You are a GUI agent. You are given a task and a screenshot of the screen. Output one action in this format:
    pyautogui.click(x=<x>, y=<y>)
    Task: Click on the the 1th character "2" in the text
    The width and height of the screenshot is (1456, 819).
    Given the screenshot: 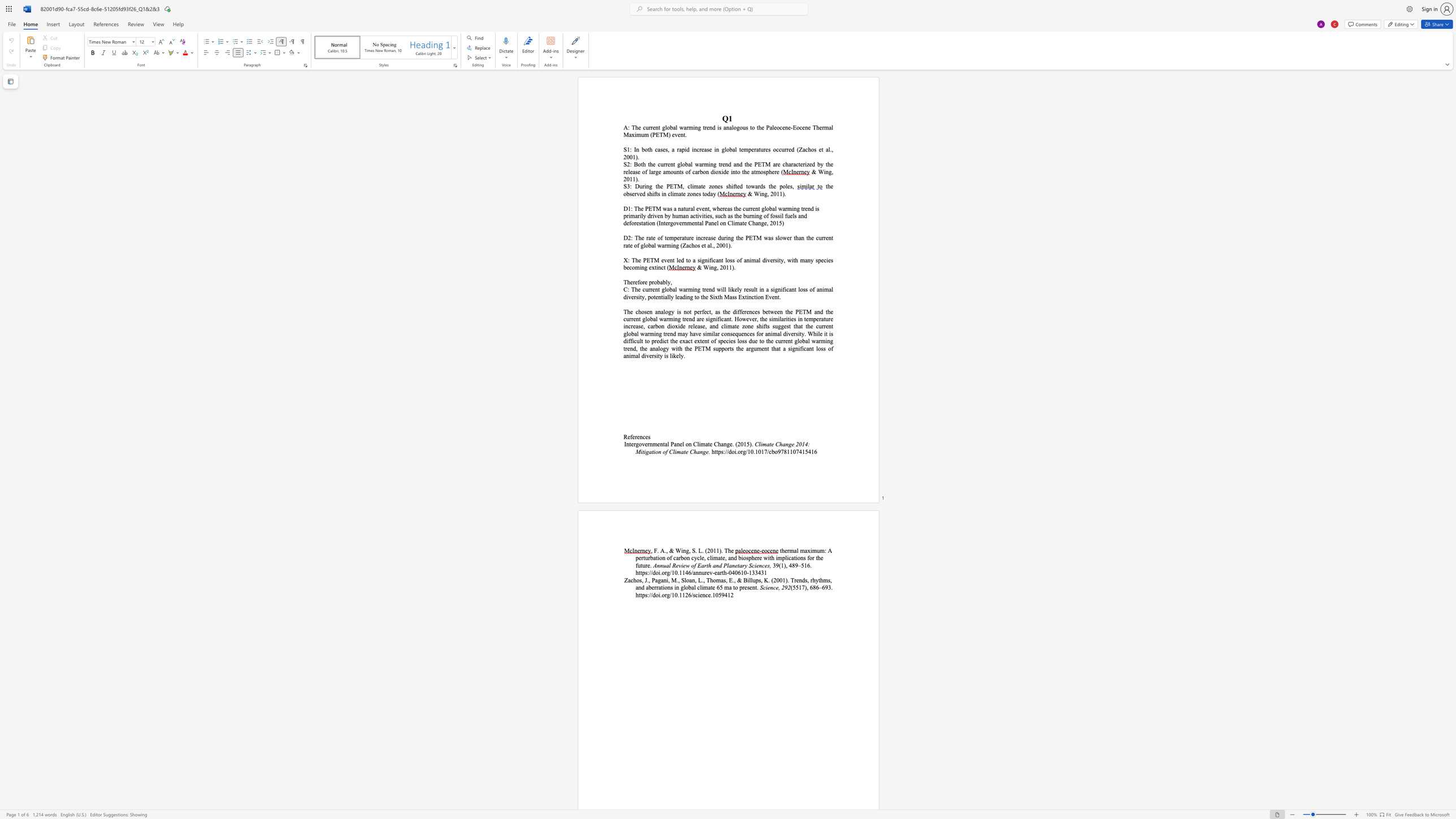 What is the action you would take?
    pyautogui.click(x=721, y=267)
    